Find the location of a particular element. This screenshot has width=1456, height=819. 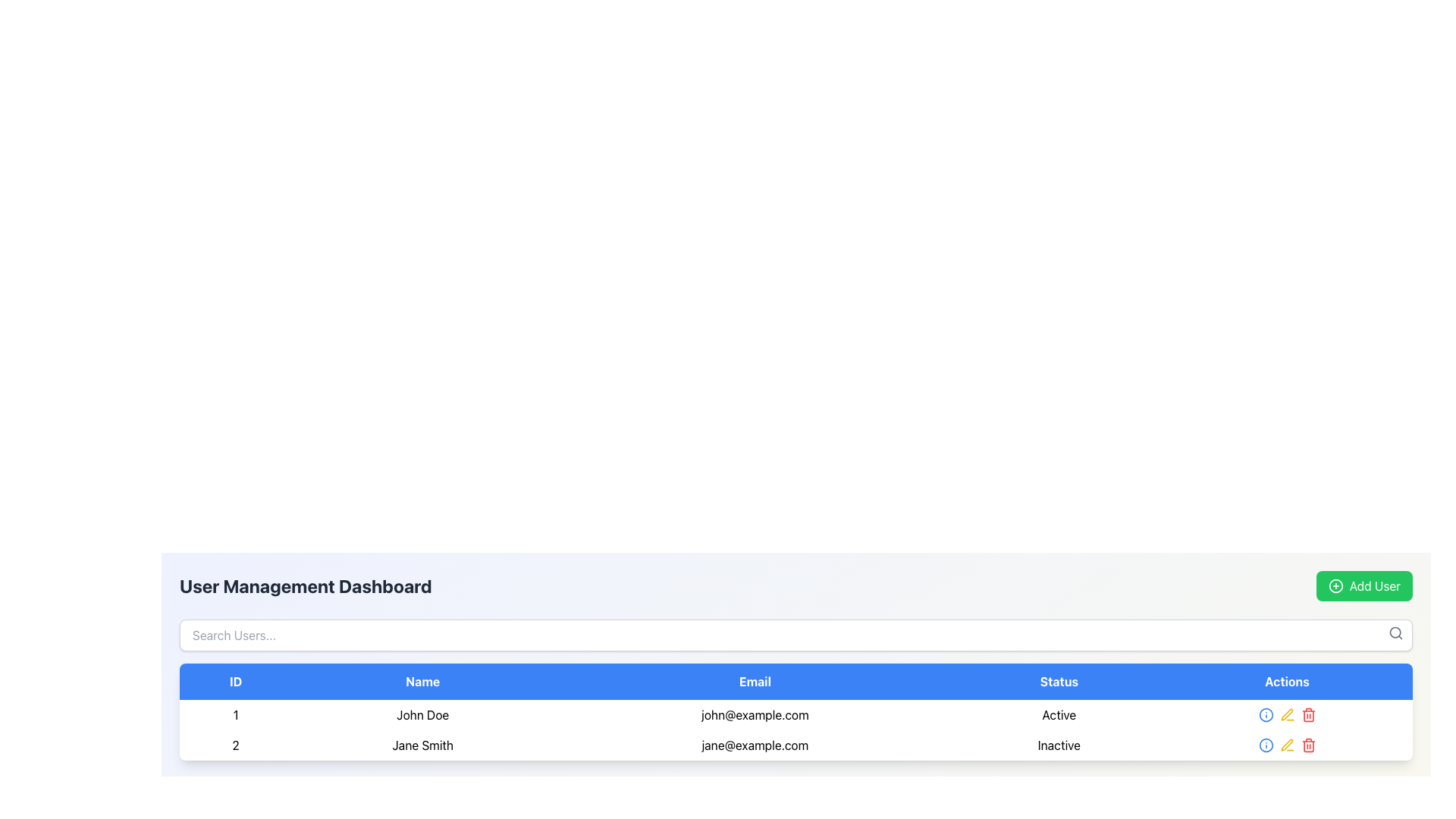

the second row entry in the user listing table for further actions is located at coordinates (795, 745).